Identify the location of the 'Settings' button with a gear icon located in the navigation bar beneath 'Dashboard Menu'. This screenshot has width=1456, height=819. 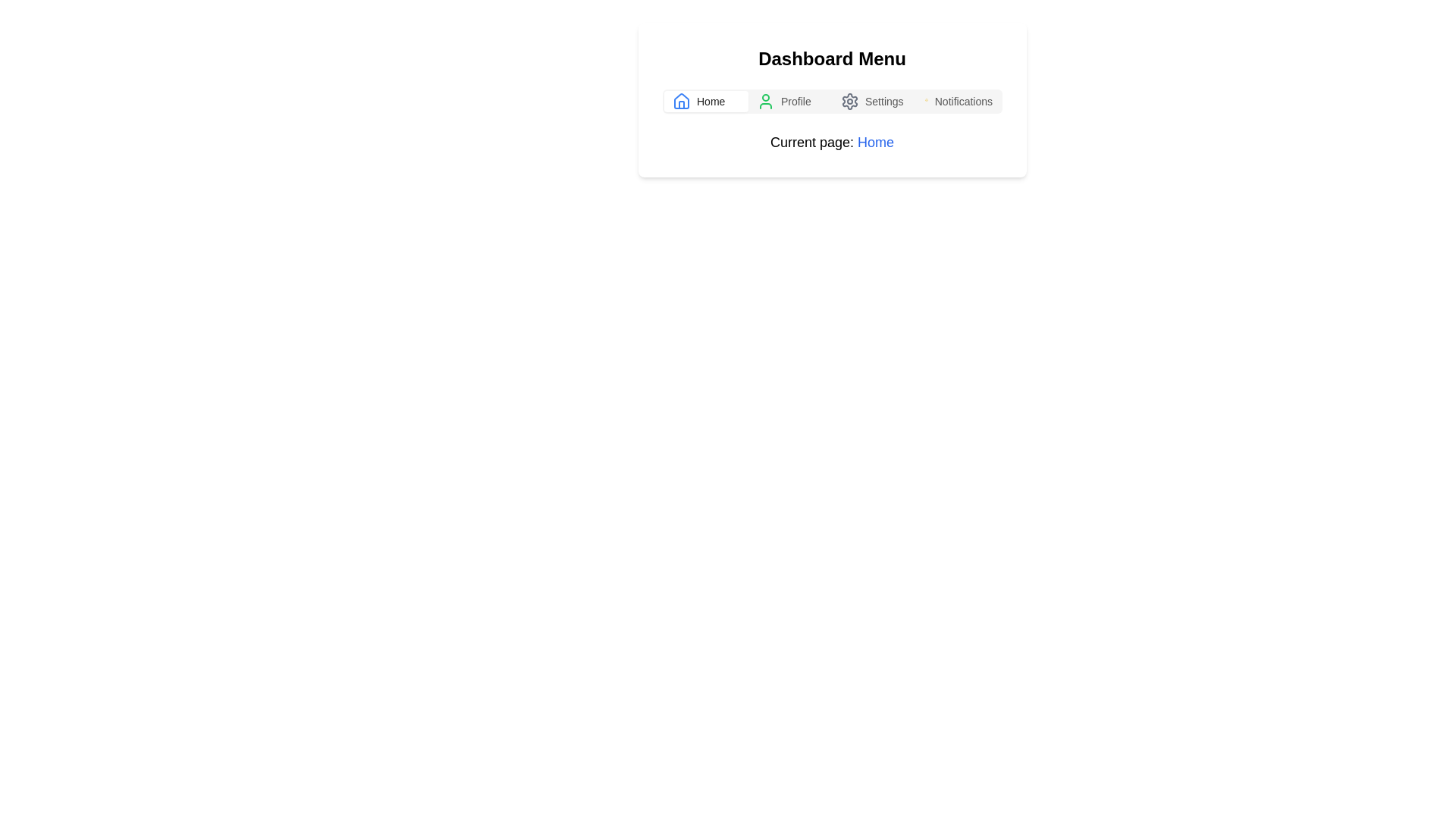
(874, 102).